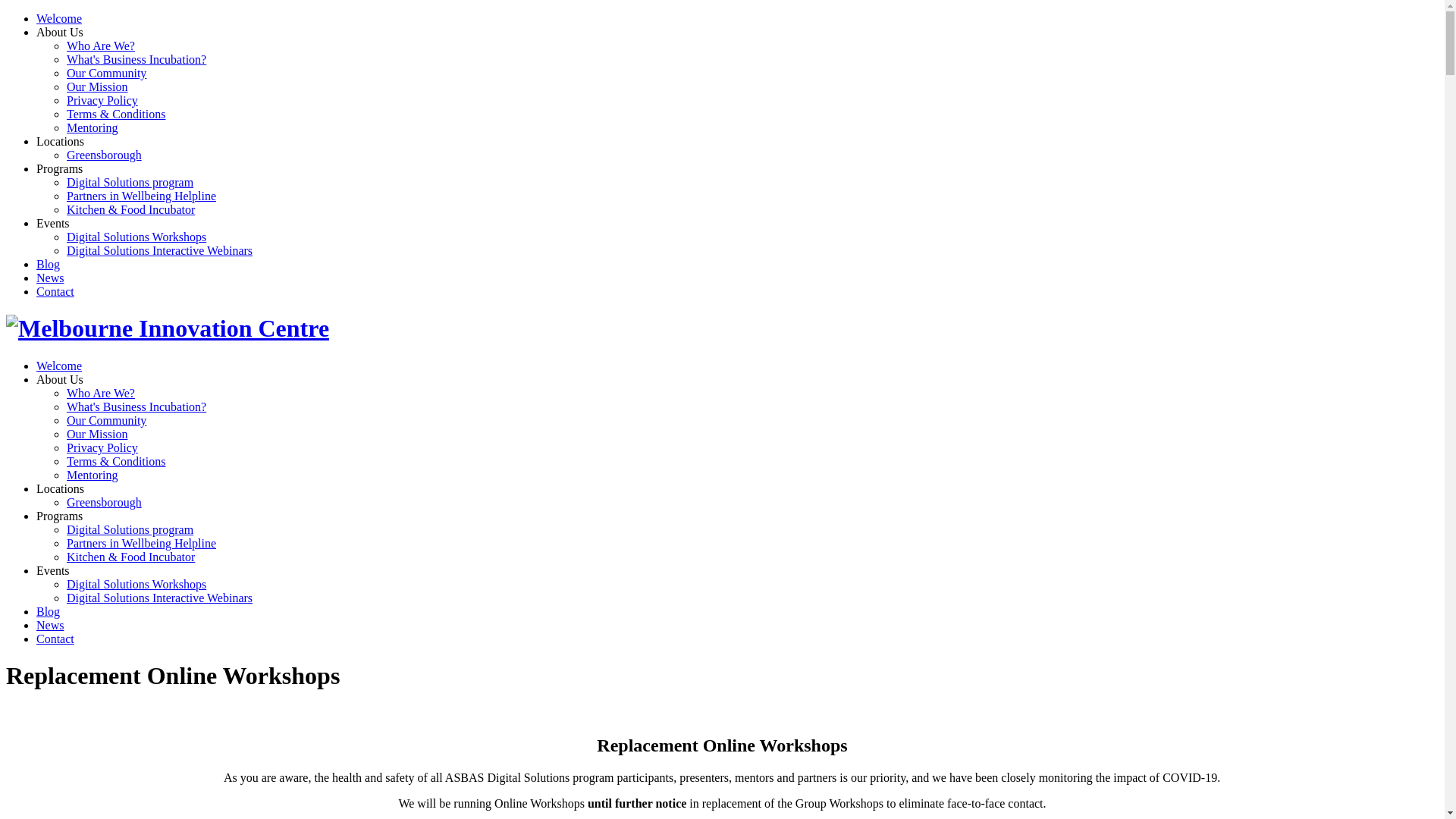 Image resolution: width=1456 pixels, height=819 pixels. Describe the element at coordinates (105, 420) in the screenshot. I see `'Our Community'` at that location.